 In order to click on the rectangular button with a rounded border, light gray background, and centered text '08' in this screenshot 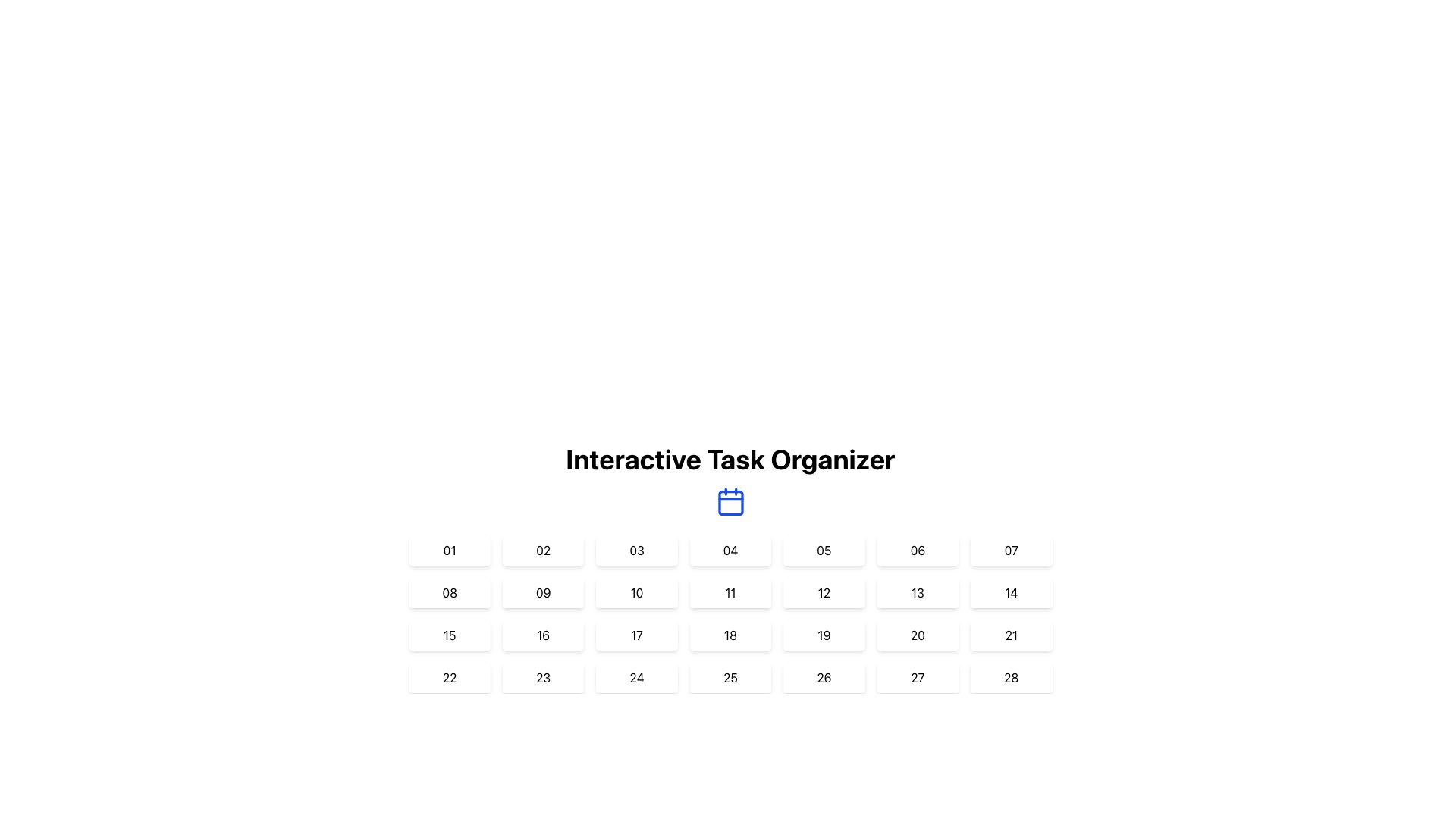, I will do `click(449, 592)`.